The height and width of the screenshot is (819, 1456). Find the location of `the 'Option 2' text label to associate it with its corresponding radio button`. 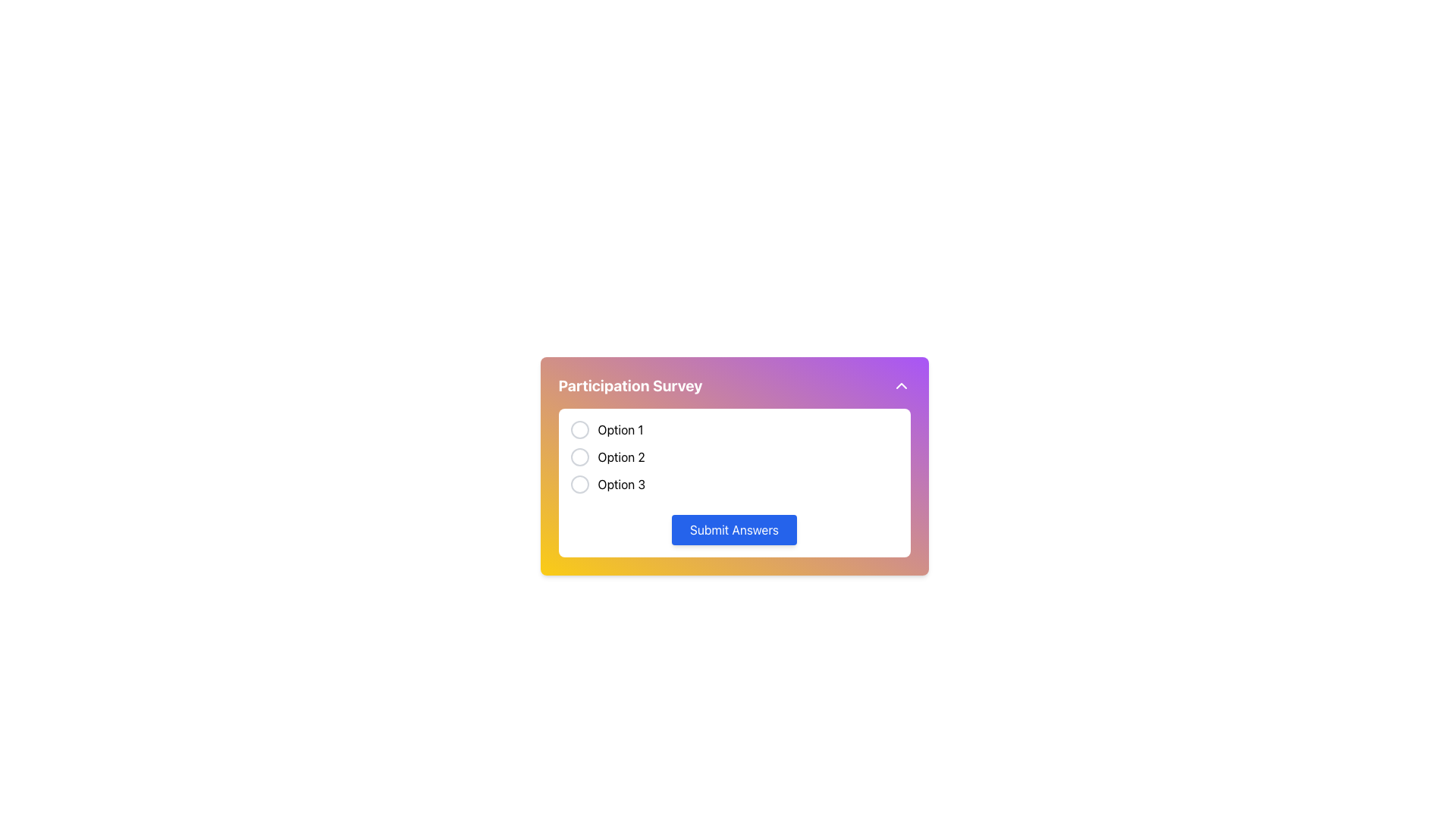

the 'Option 2' text label to associate it with its corresponding radio button is located at coordinates (621, 456).